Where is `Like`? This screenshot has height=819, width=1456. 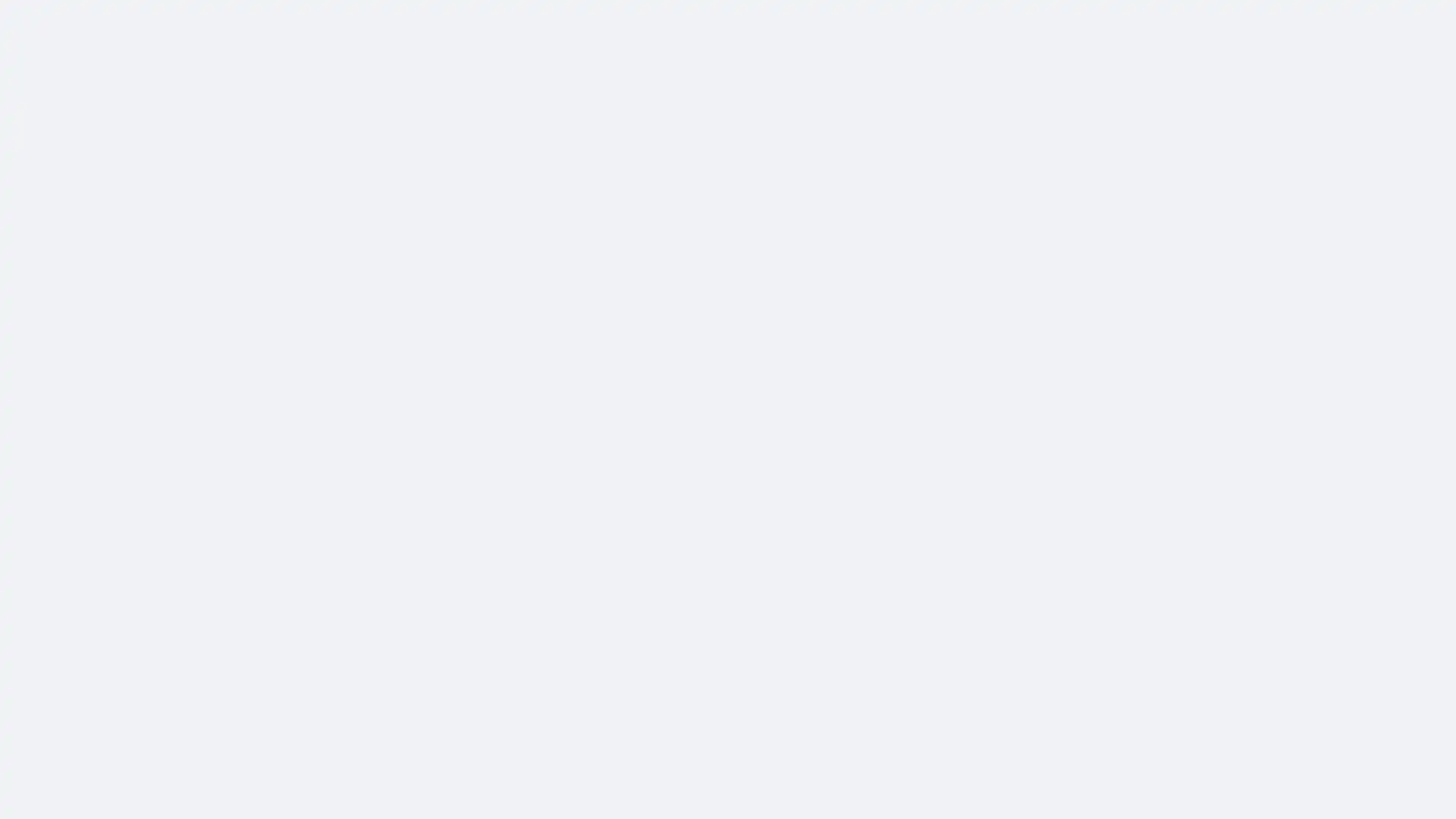 Like is located at coordinates (751, 590).